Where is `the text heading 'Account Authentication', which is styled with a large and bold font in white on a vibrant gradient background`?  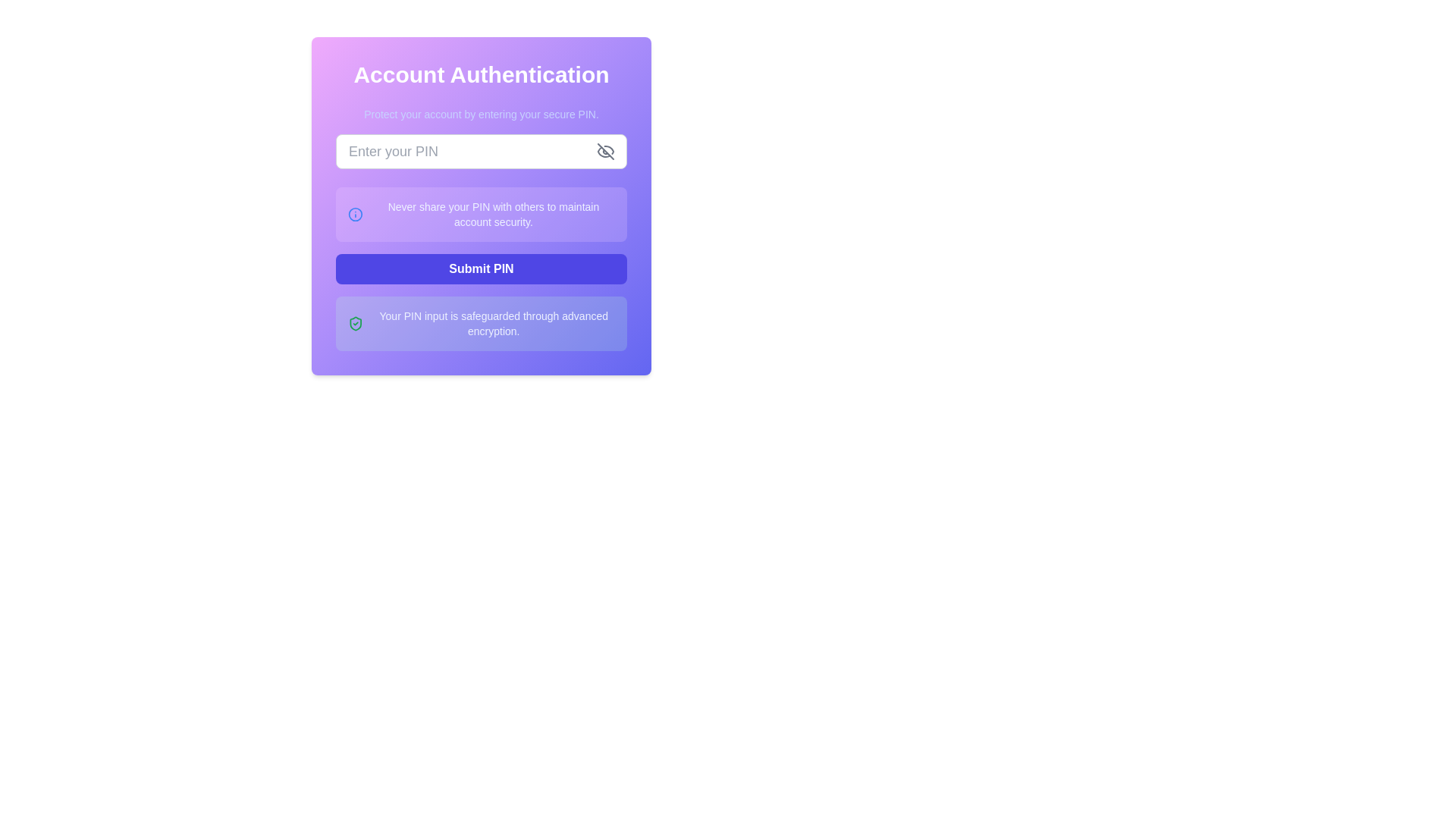 the text heading 'Account Authentication', which is styled with a large and bold font in white on a vibrant gradient background is located at coordinates (480, 75).